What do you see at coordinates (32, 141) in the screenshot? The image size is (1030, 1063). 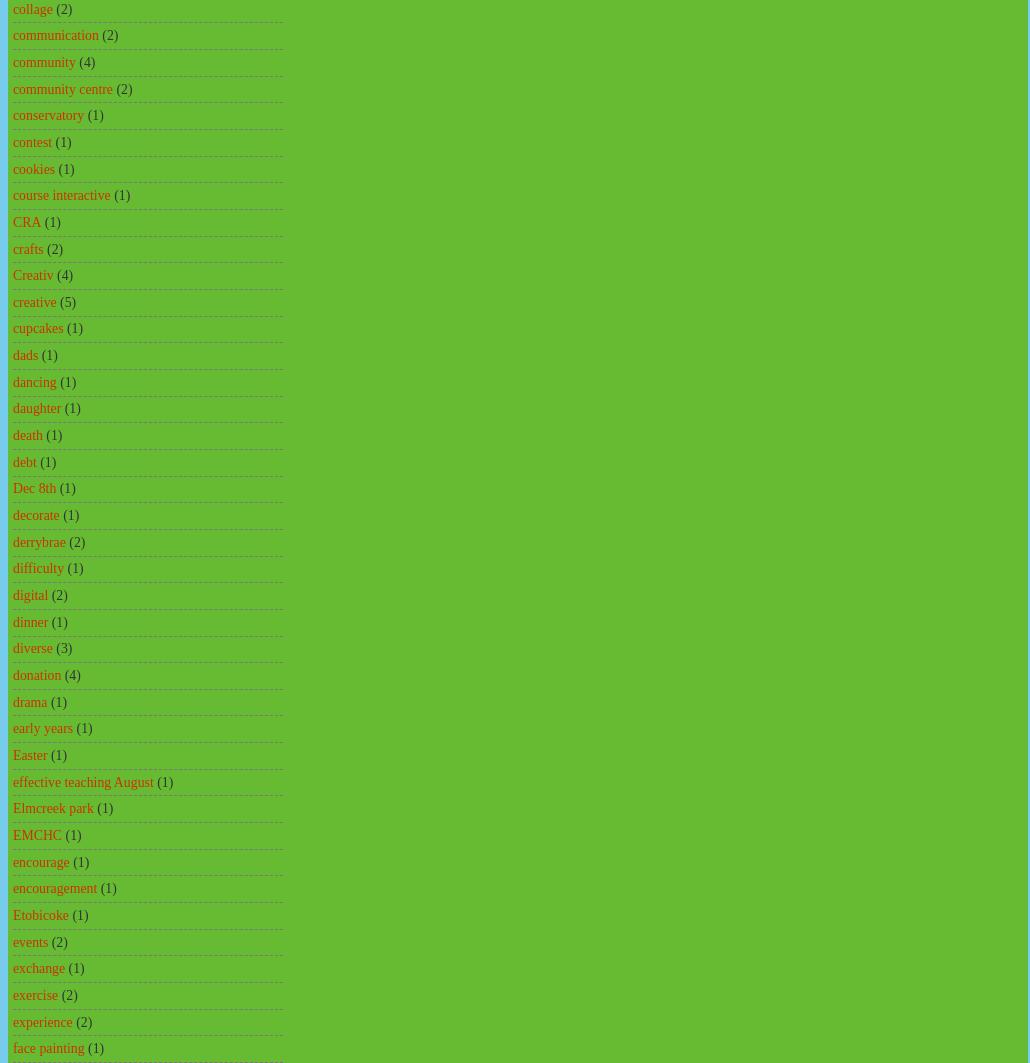 I see `'contest'` at bounding box center [32, 141].